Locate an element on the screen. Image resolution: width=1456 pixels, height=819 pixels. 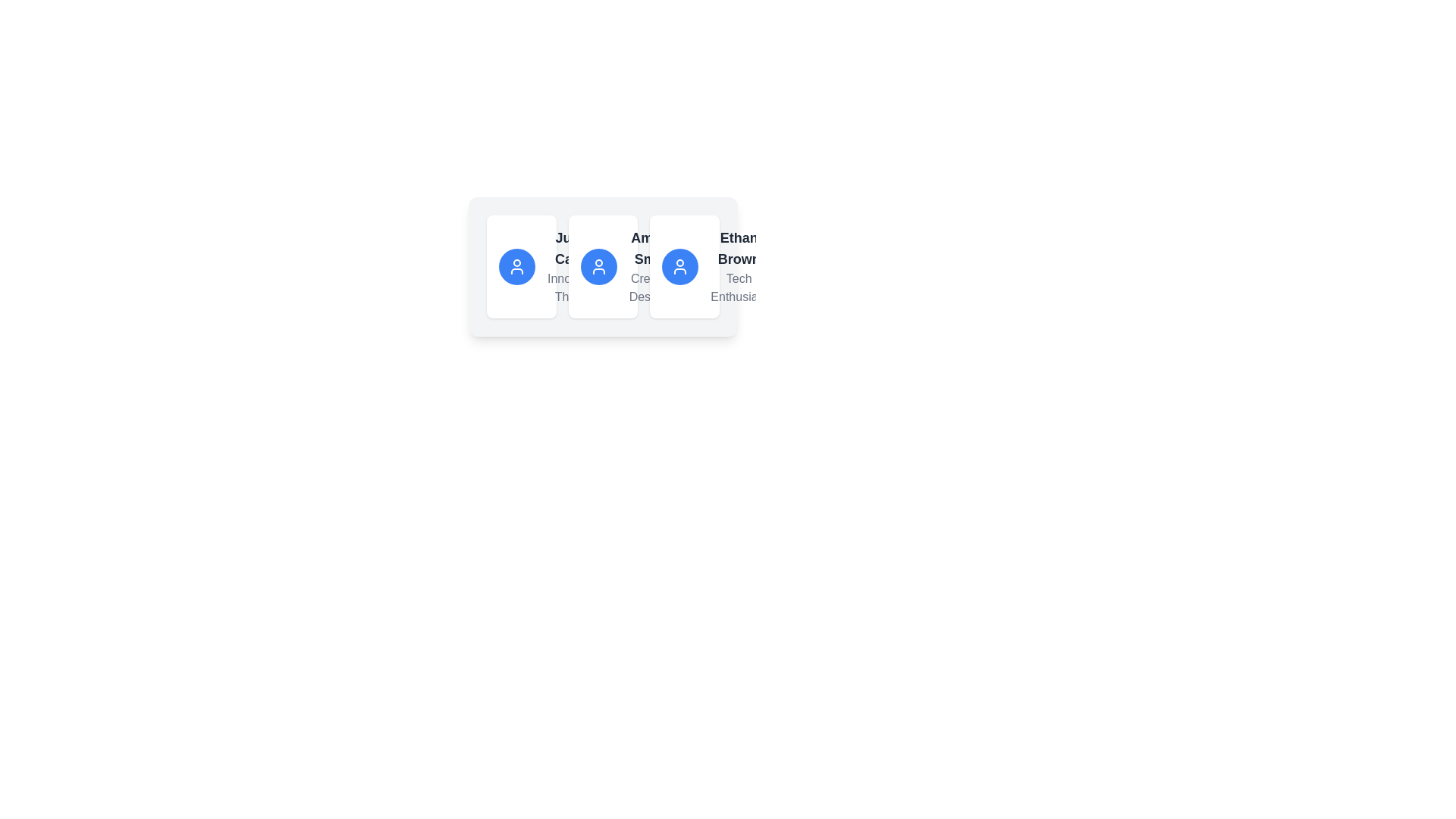
text from the profile card of 'Ethan Brown', which is located in the bottom-right corner of a three-column grid is located at coordinates (684, 265).